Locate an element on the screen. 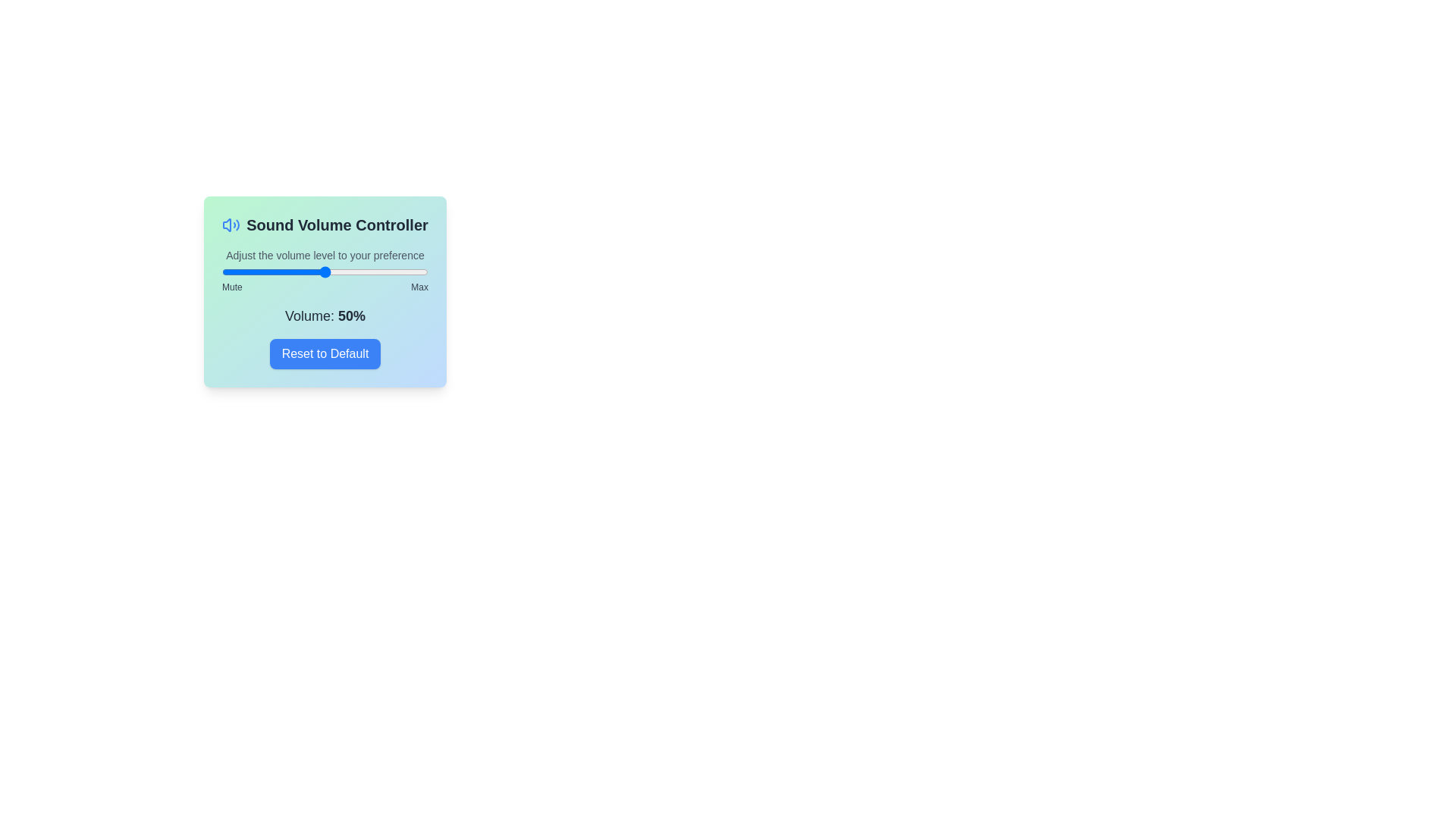 This screenshot has height=819, width=1456. the volume to 89 percent by dragging the slider is located at coordinates (406, 271).